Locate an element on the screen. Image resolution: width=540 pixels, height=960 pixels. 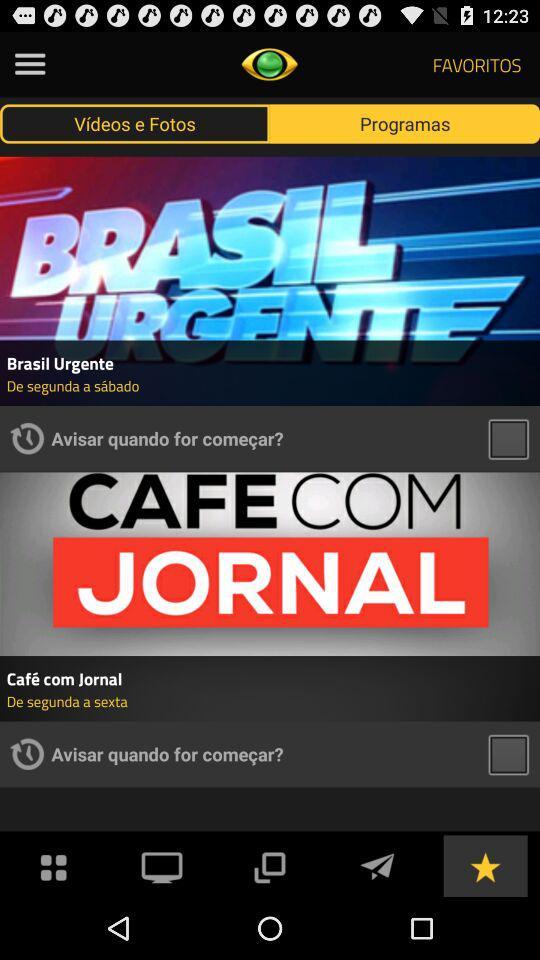
the icon to the left of avisar quando for app is located at coordinates (26, 753).